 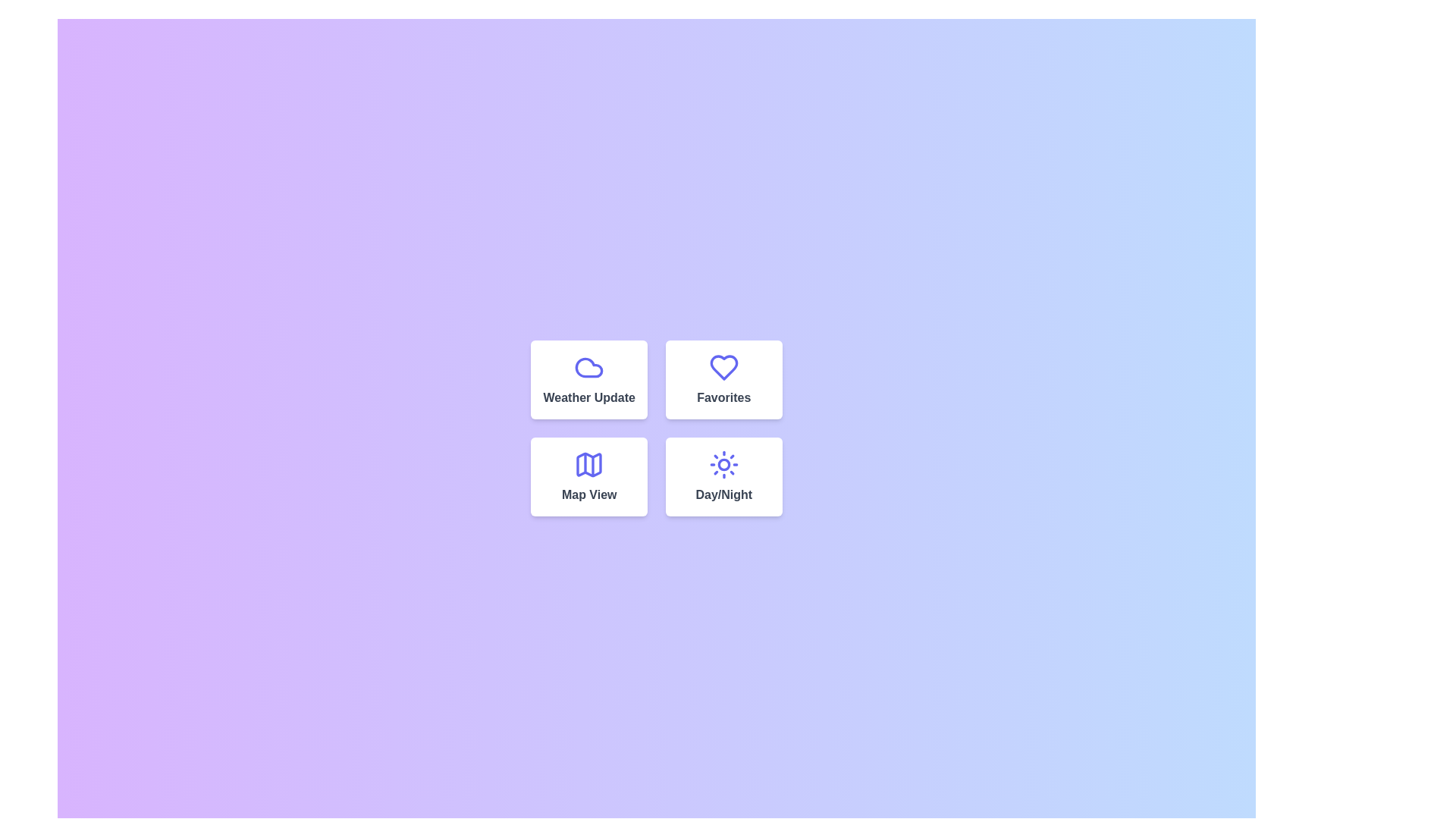 What do you see at coordinates (723, 368) in the screenshot?
I see `the 'Favorites' icon represented by a heart shape, which is located in the top right quadrant of a 2x2 layout of icons` at bounding box center [723, 368].